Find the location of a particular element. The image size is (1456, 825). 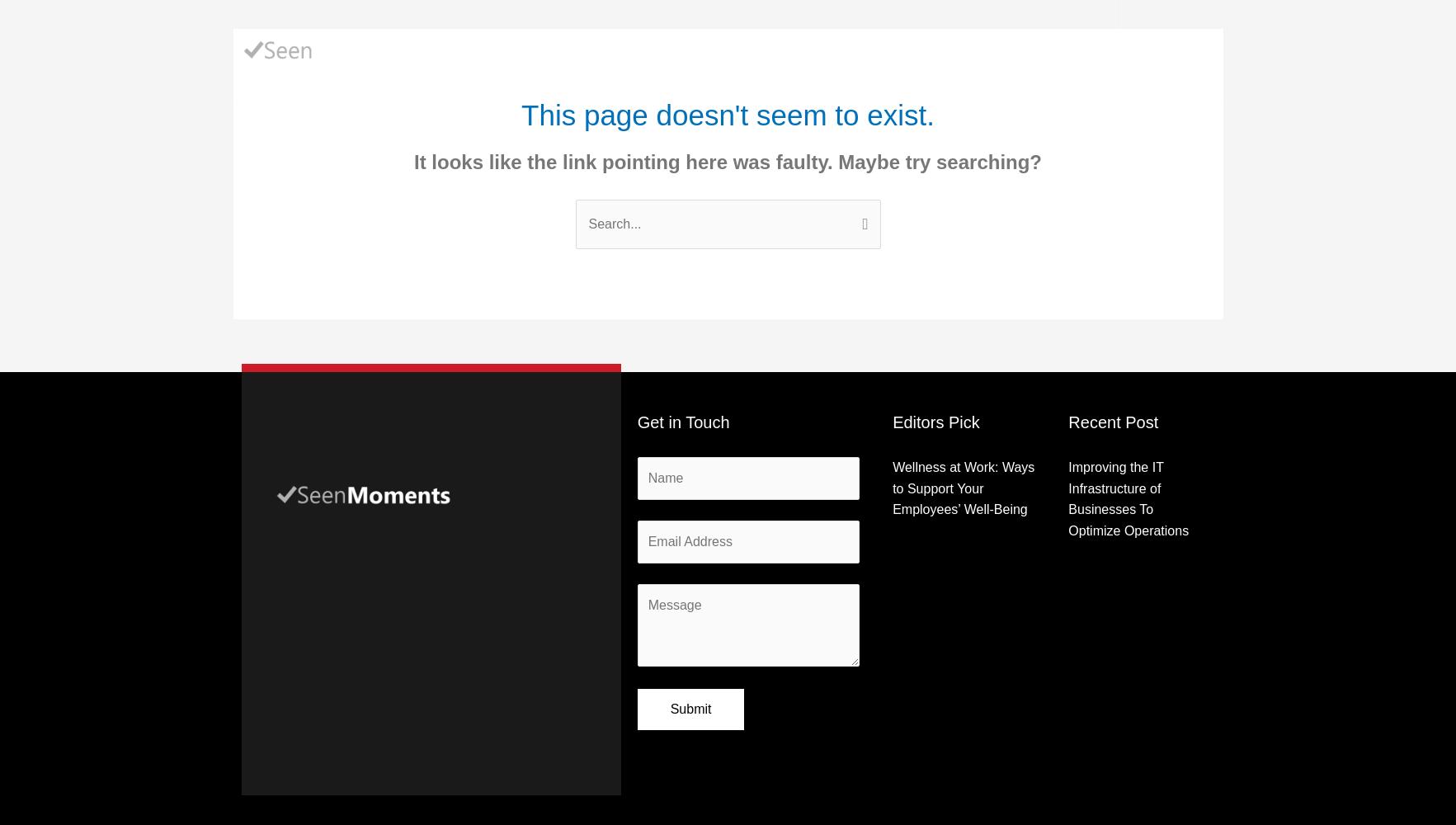

'Money & Finance' is located at coordinates (768, 49).